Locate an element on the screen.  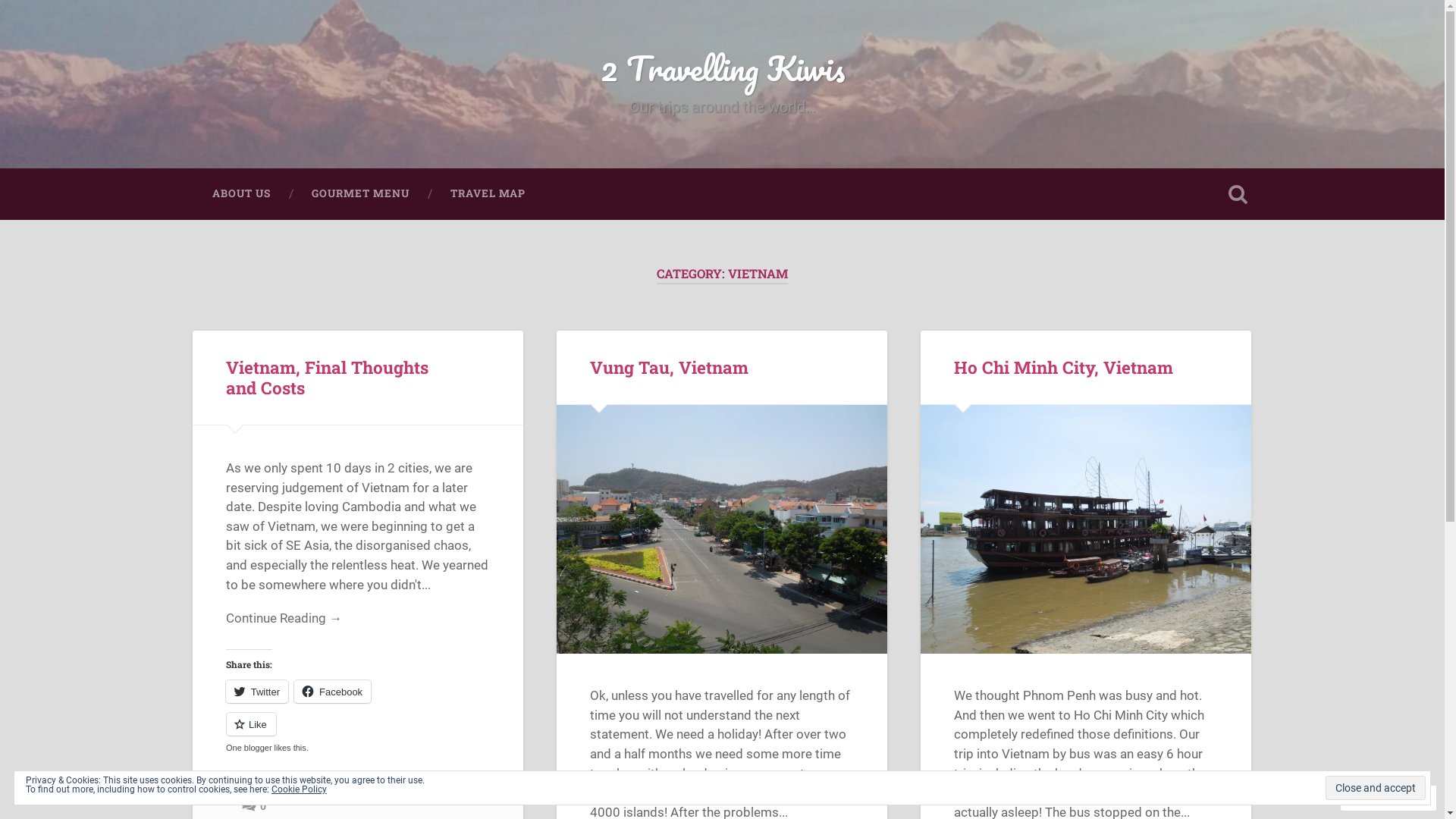
'Open Search' is located at coordinates (1238, 193).